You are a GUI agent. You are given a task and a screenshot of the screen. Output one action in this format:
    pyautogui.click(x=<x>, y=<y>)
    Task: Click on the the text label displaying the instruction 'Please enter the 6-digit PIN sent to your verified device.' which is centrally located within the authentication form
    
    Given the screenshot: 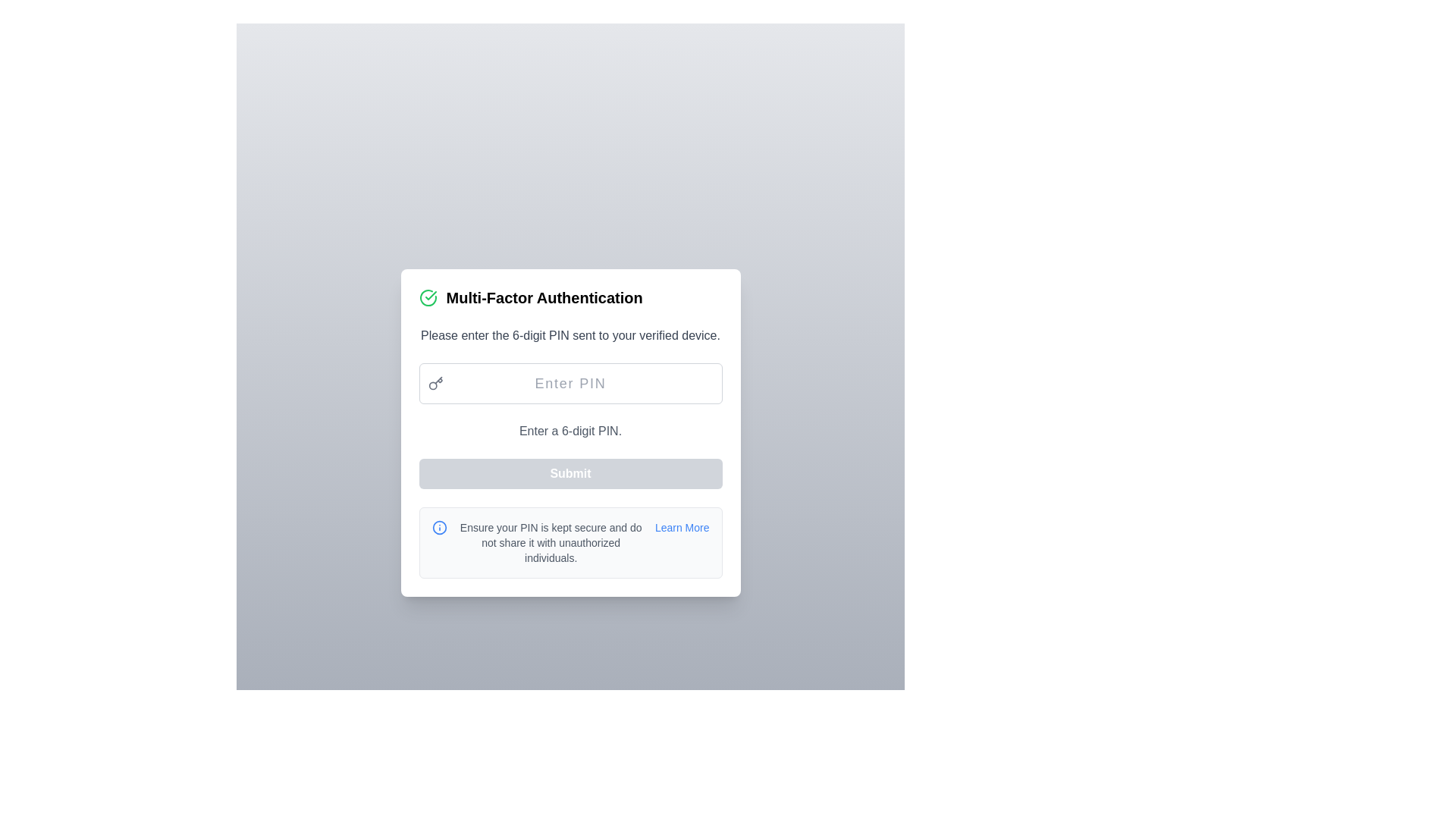 What is the action you would take?
    pyautogui.click(x=570, y=335)
    